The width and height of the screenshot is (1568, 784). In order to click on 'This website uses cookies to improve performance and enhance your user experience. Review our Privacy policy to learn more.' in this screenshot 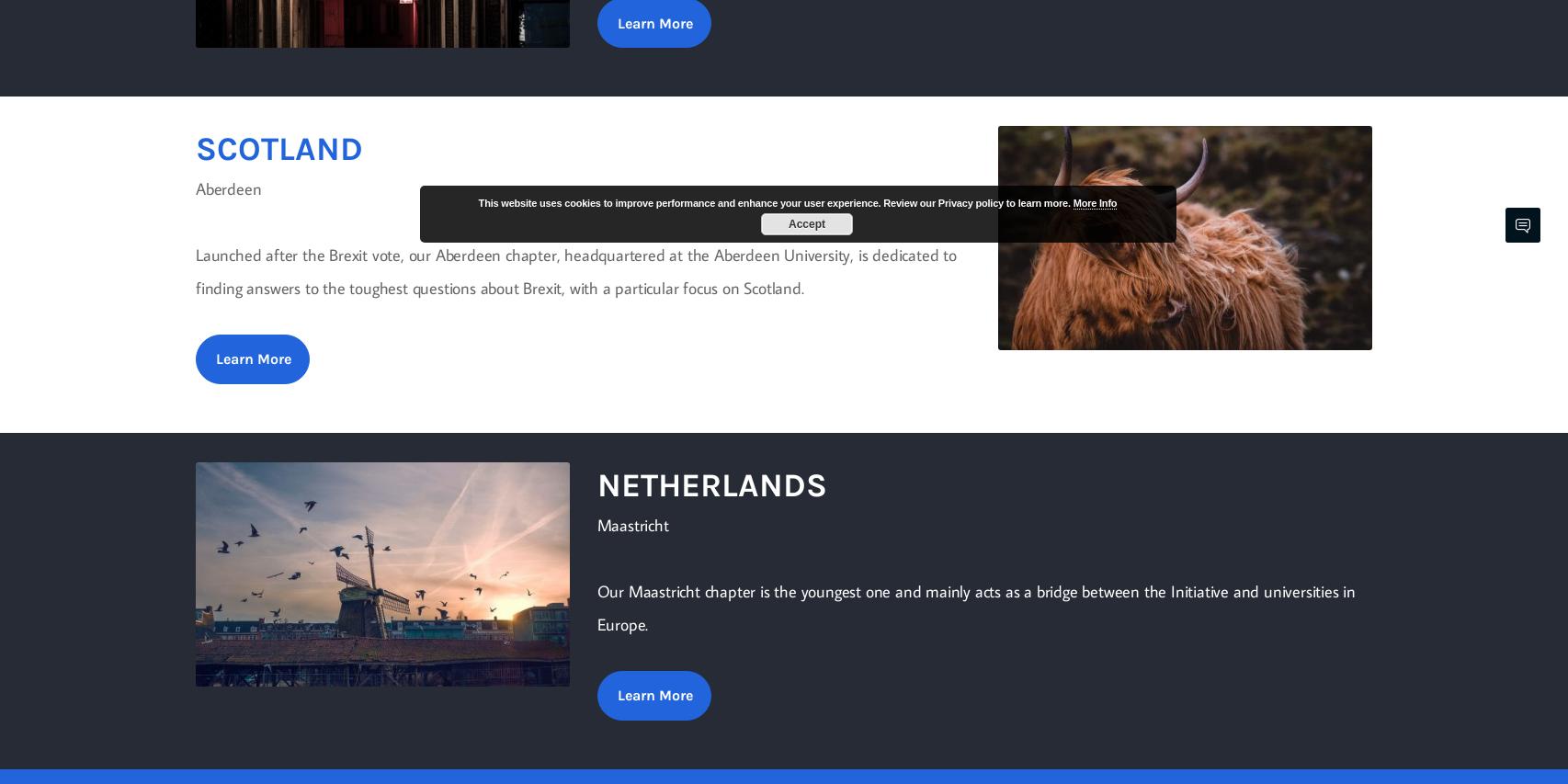, I will do `click(774, 202)`.